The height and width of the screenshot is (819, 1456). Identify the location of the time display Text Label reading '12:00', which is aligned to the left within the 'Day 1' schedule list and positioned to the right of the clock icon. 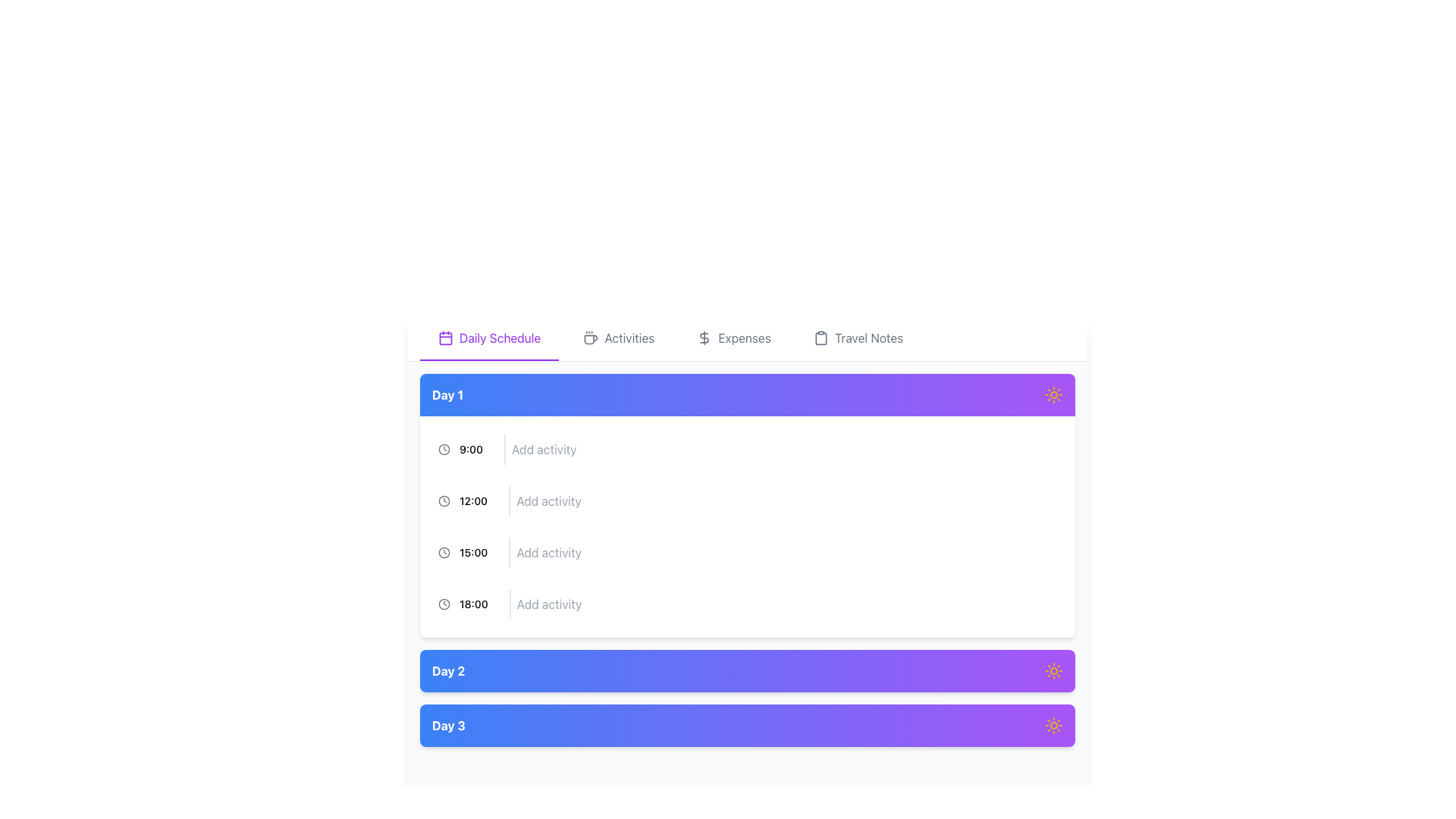
(472, 500).